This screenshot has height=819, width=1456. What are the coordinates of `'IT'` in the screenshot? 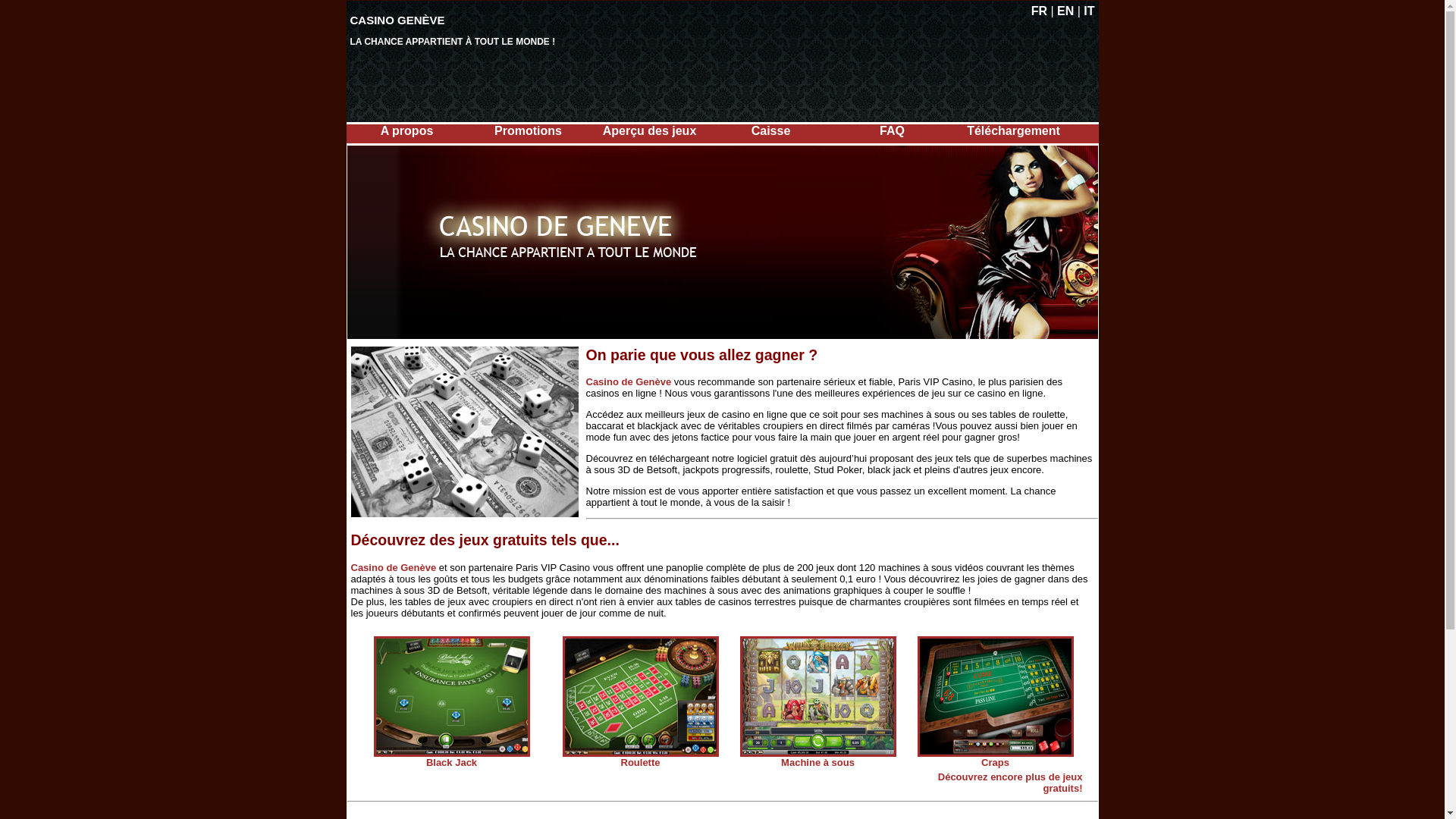 It's located at (1087, 11).